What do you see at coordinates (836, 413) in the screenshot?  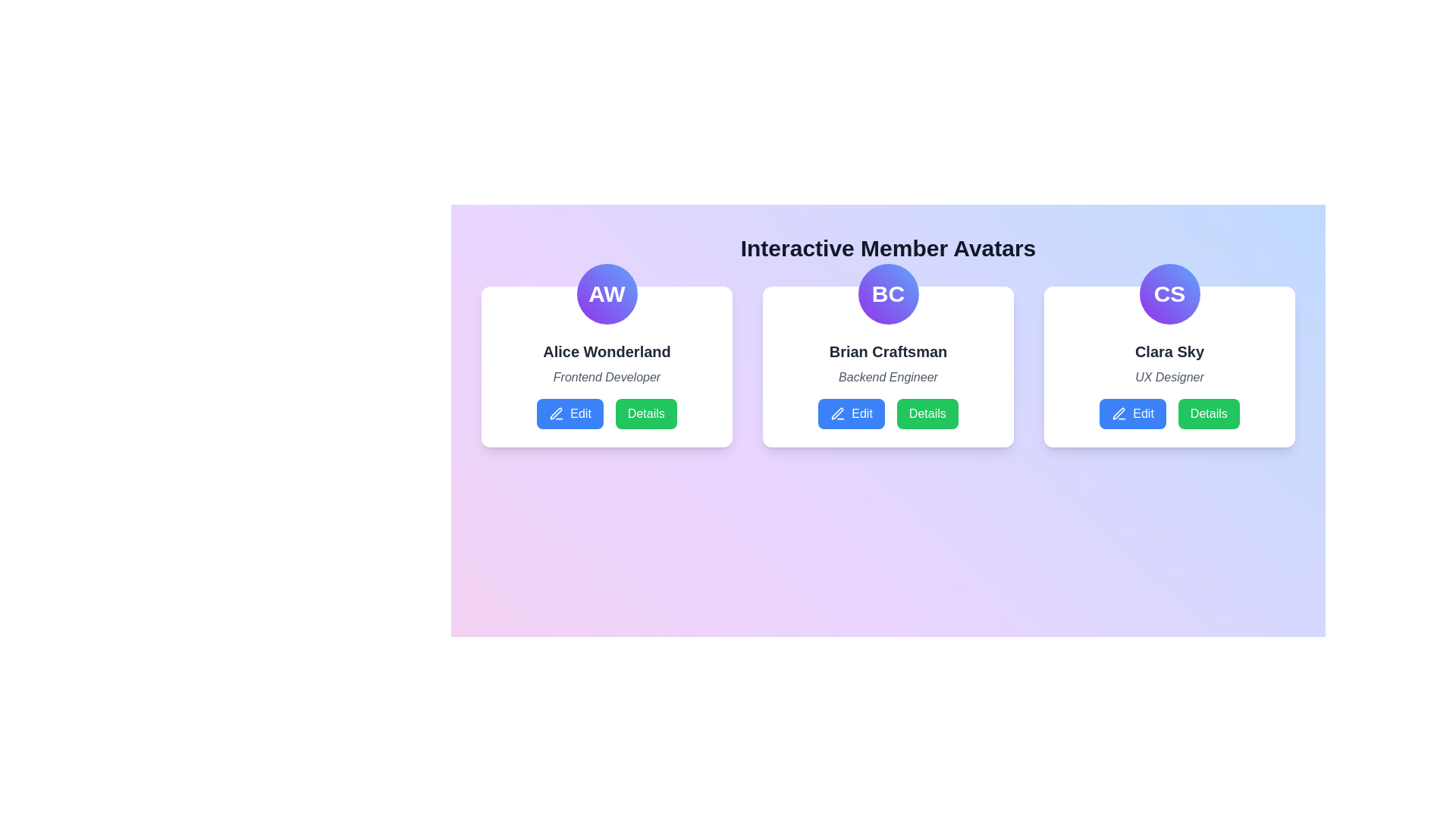 I see `the slanted pen icon within the 'Edit' button of the middle card titled 'Brian Craftsman', which is represented in white on a blue background` at bounding box center [836, 413].